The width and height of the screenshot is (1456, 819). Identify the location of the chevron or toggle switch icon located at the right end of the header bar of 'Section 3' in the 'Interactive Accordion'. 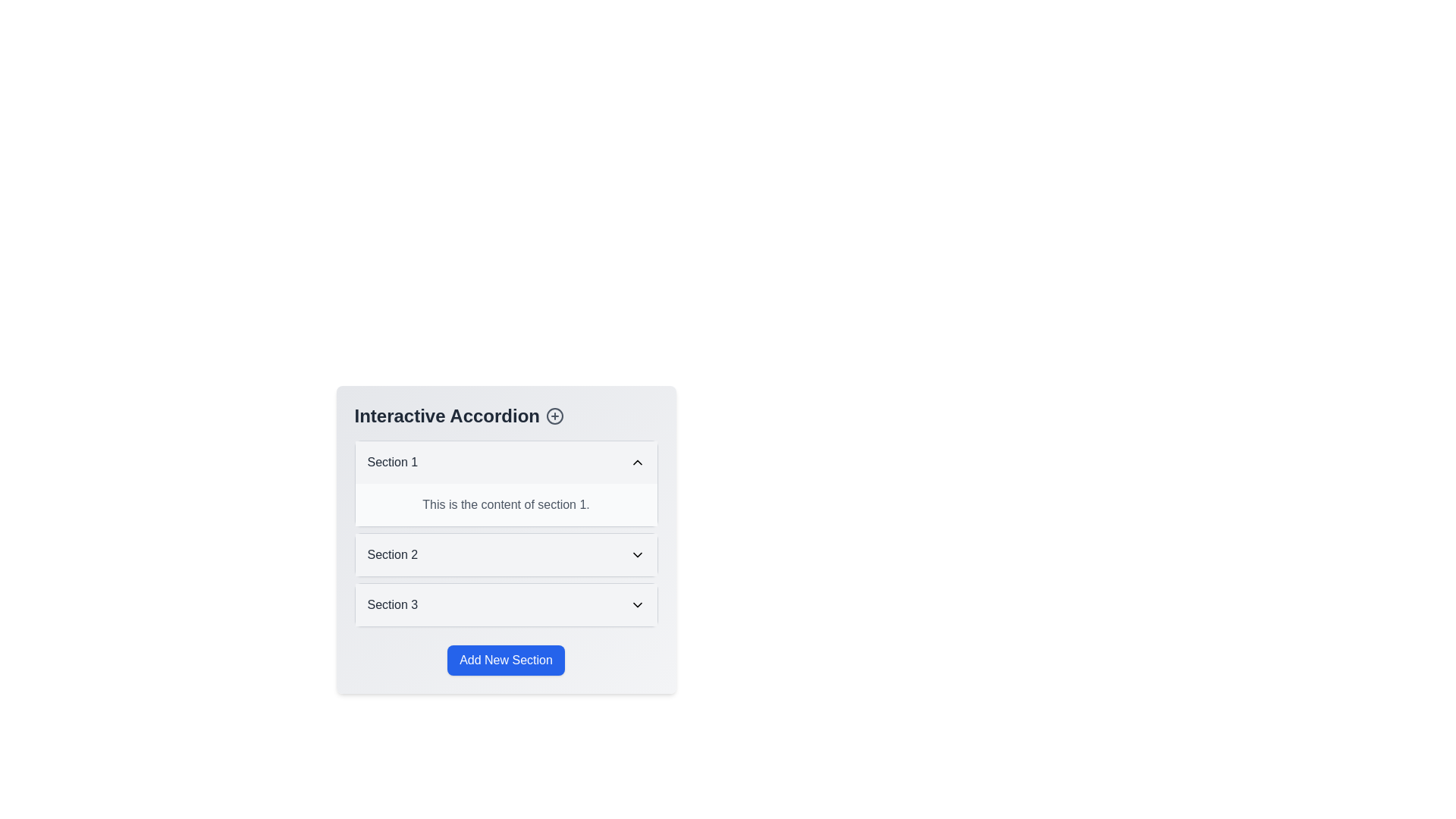
(637, 604).